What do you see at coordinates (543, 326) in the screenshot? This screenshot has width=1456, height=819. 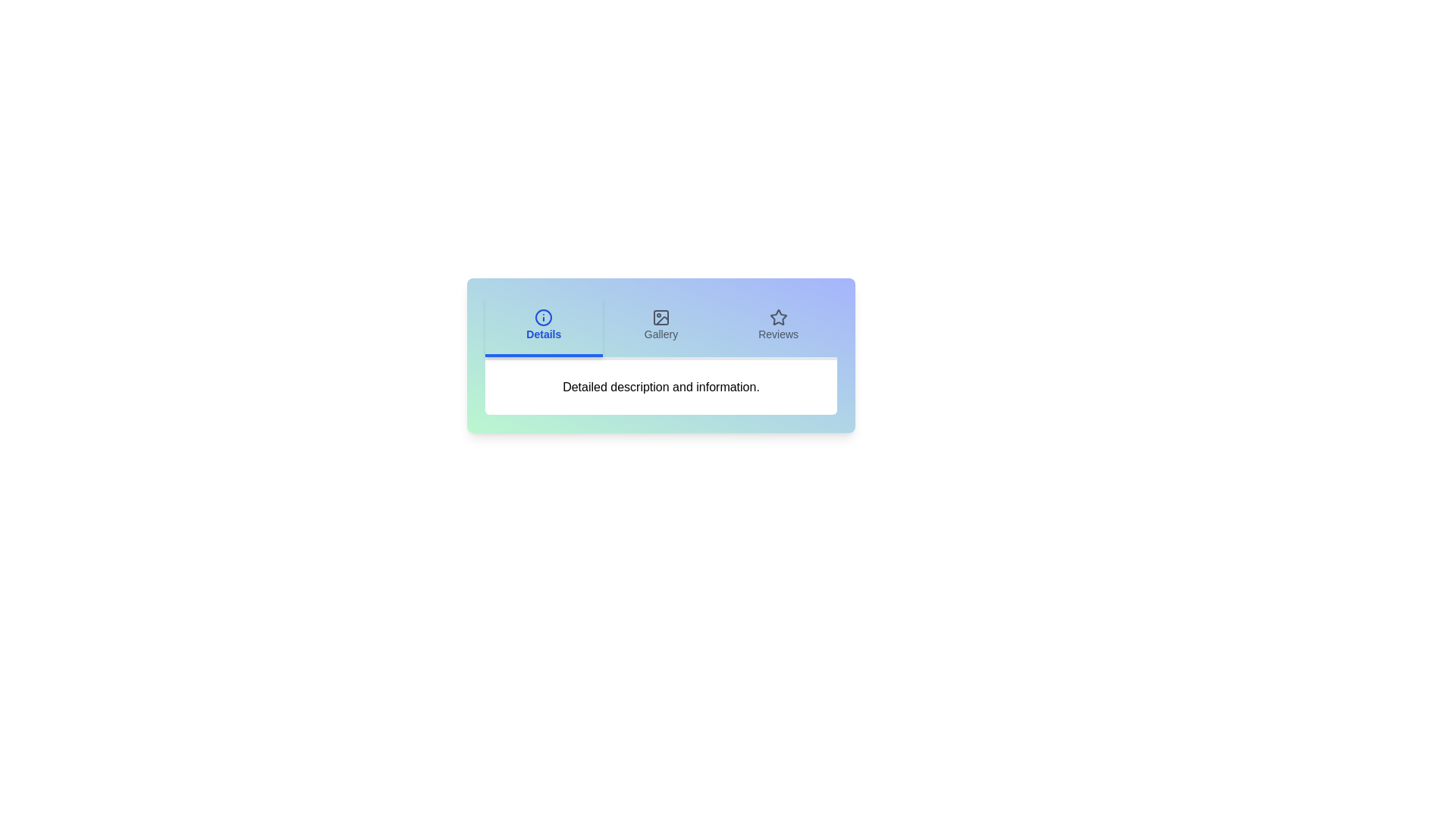 I see `the Details tab to view its content` at bounding box center [543, 326].